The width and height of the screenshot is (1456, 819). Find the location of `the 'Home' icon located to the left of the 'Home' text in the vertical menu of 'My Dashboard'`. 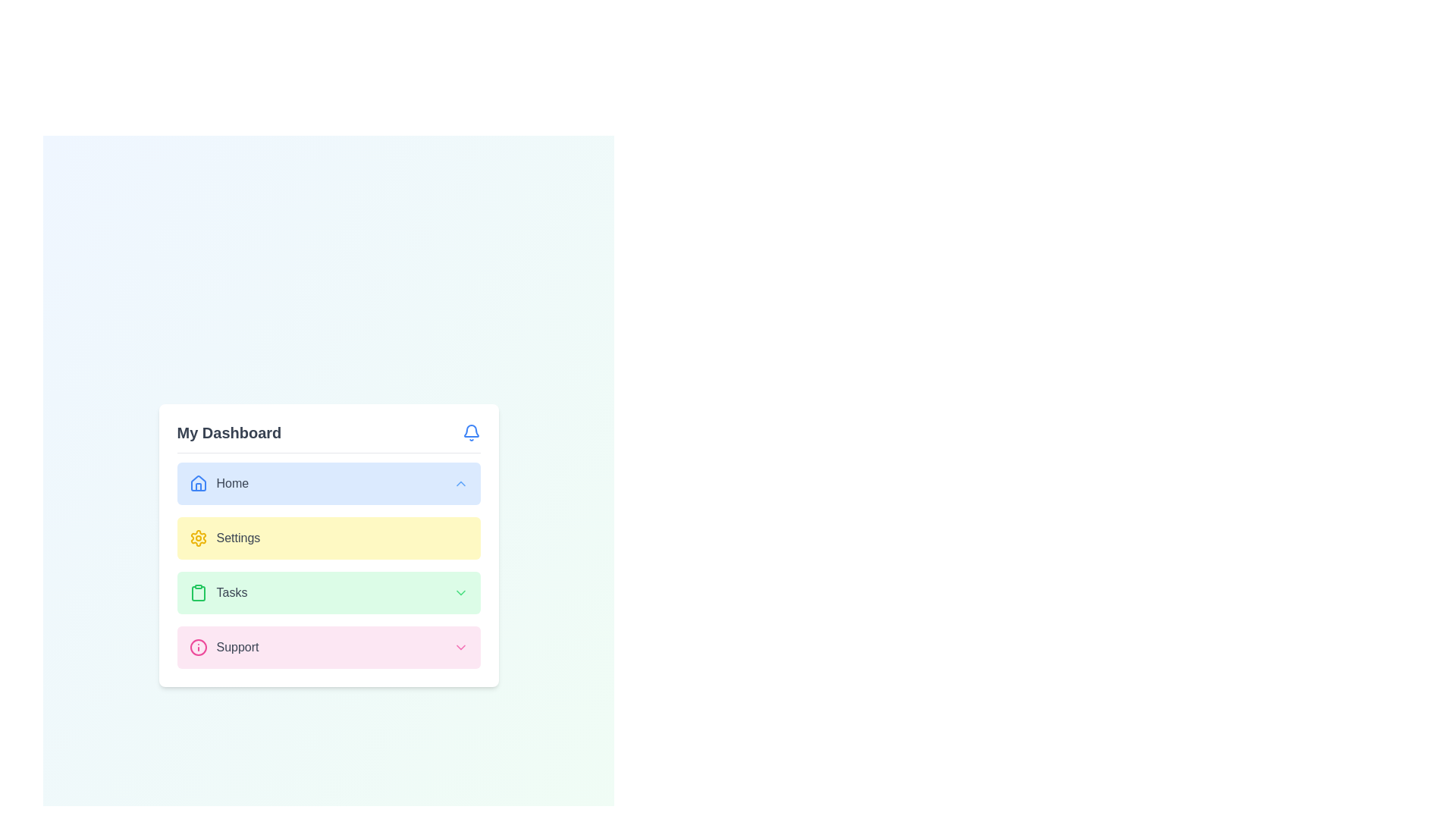

the 'Home' icon located to the left of the 'Home' text in the vertical menu of 'My Dashboard' is located at coordinates (197, 483).